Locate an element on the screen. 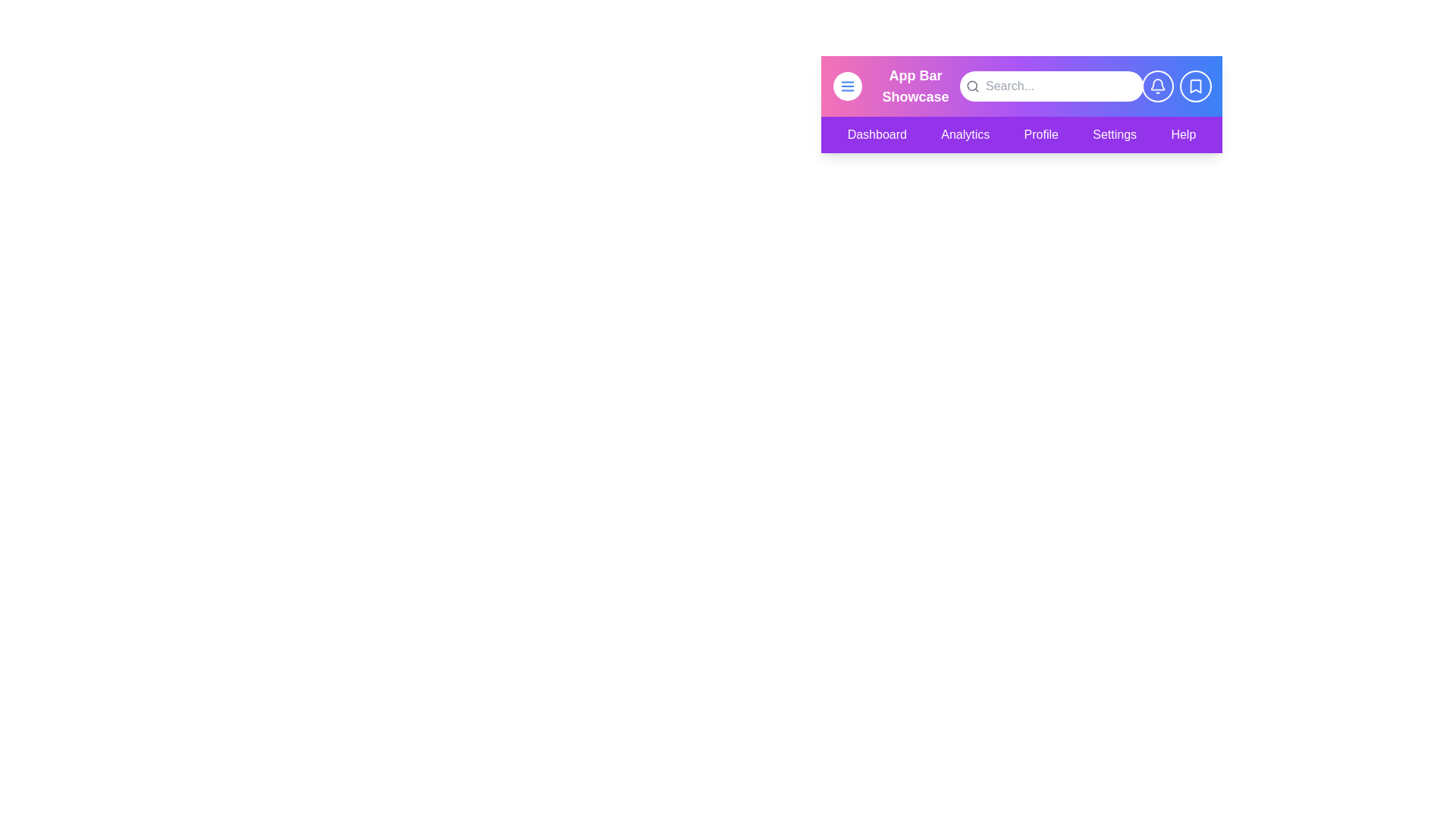  the menu toggle button to open or close the navigation menu is located at coordinates (847, 86).